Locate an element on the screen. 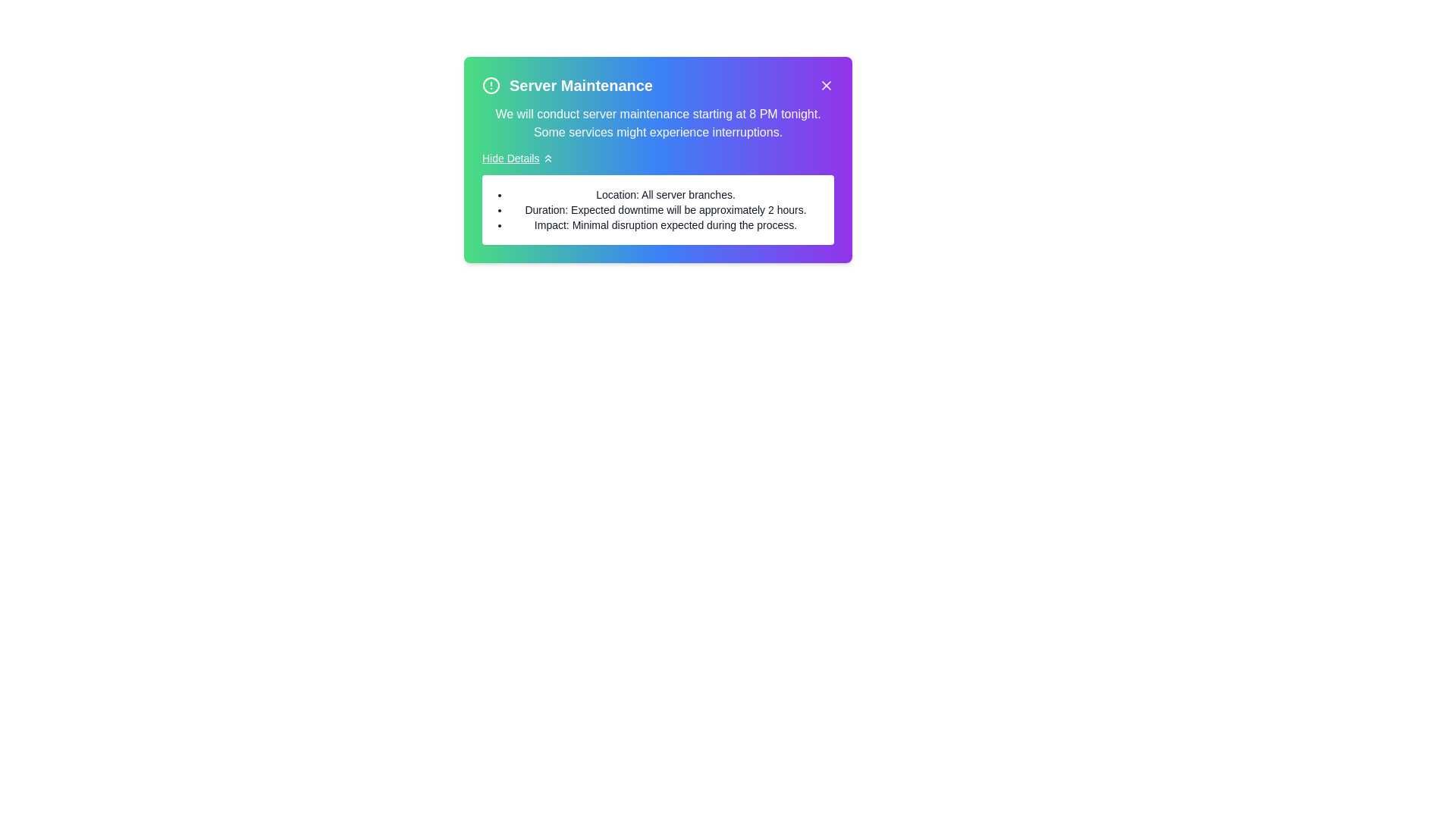 The width and height of the screenshot is (1456, 819). the close button (X) to dismiss the notification card is located at coordinates (825, 85).